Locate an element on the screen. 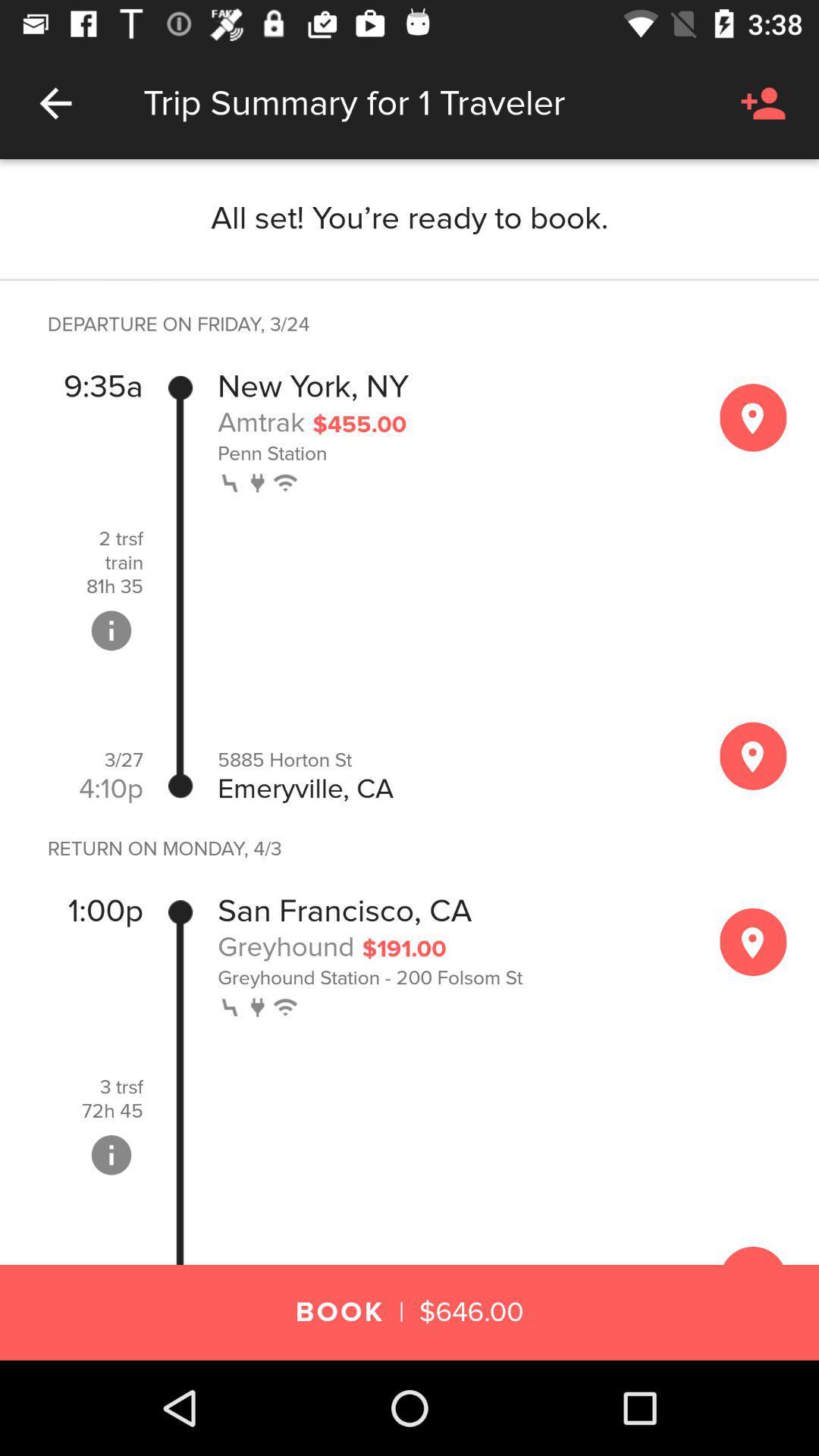  icon below the 4:10p item is located at coordinates (156, 848).